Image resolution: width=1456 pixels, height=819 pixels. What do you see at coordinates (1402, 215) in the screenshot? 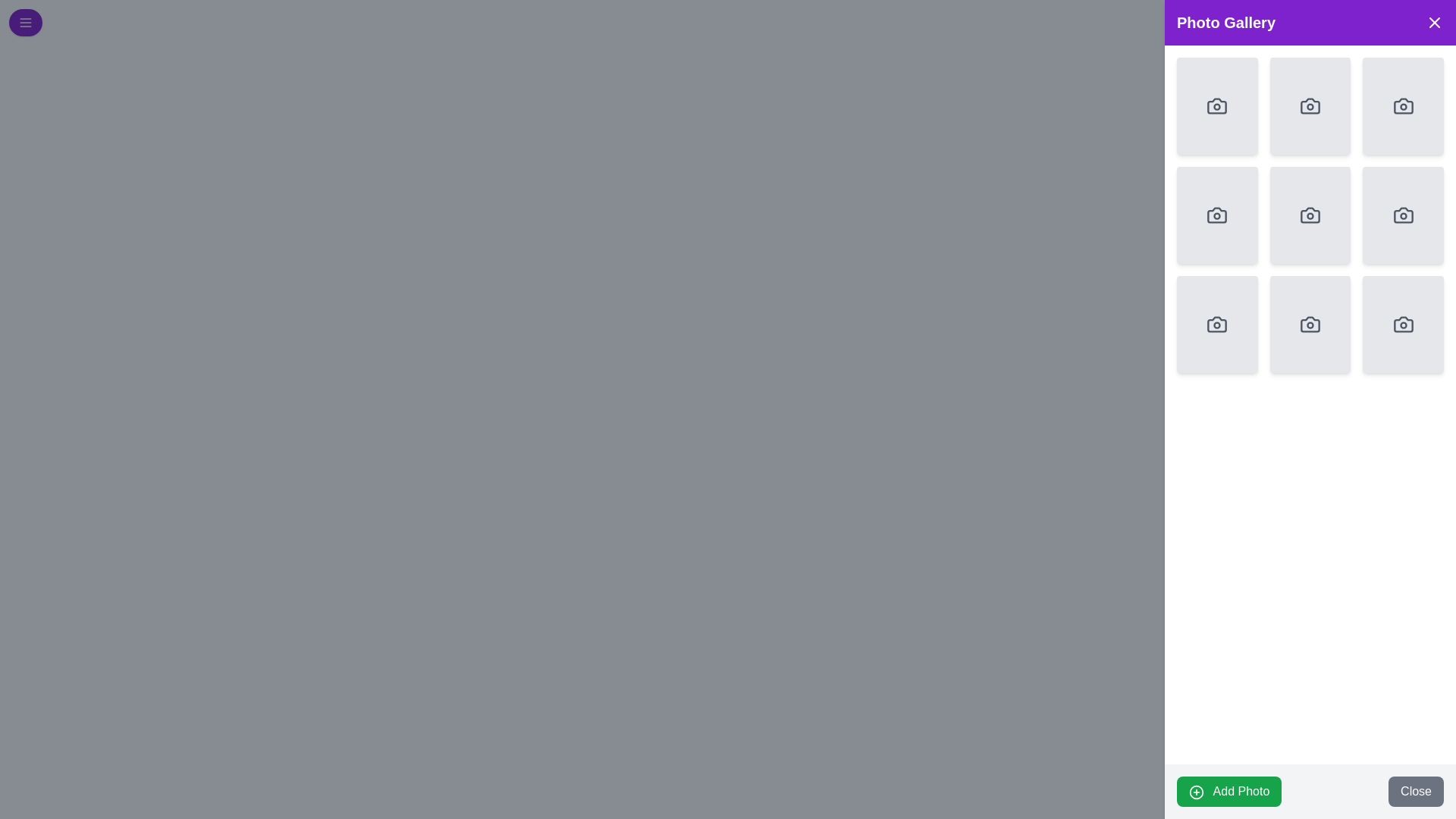
I see `the square light gray display box with rounded corners and a camera icon in the bottom-right corner of the 'Photo Gallery' panel` at bounding box center [1402, 215].